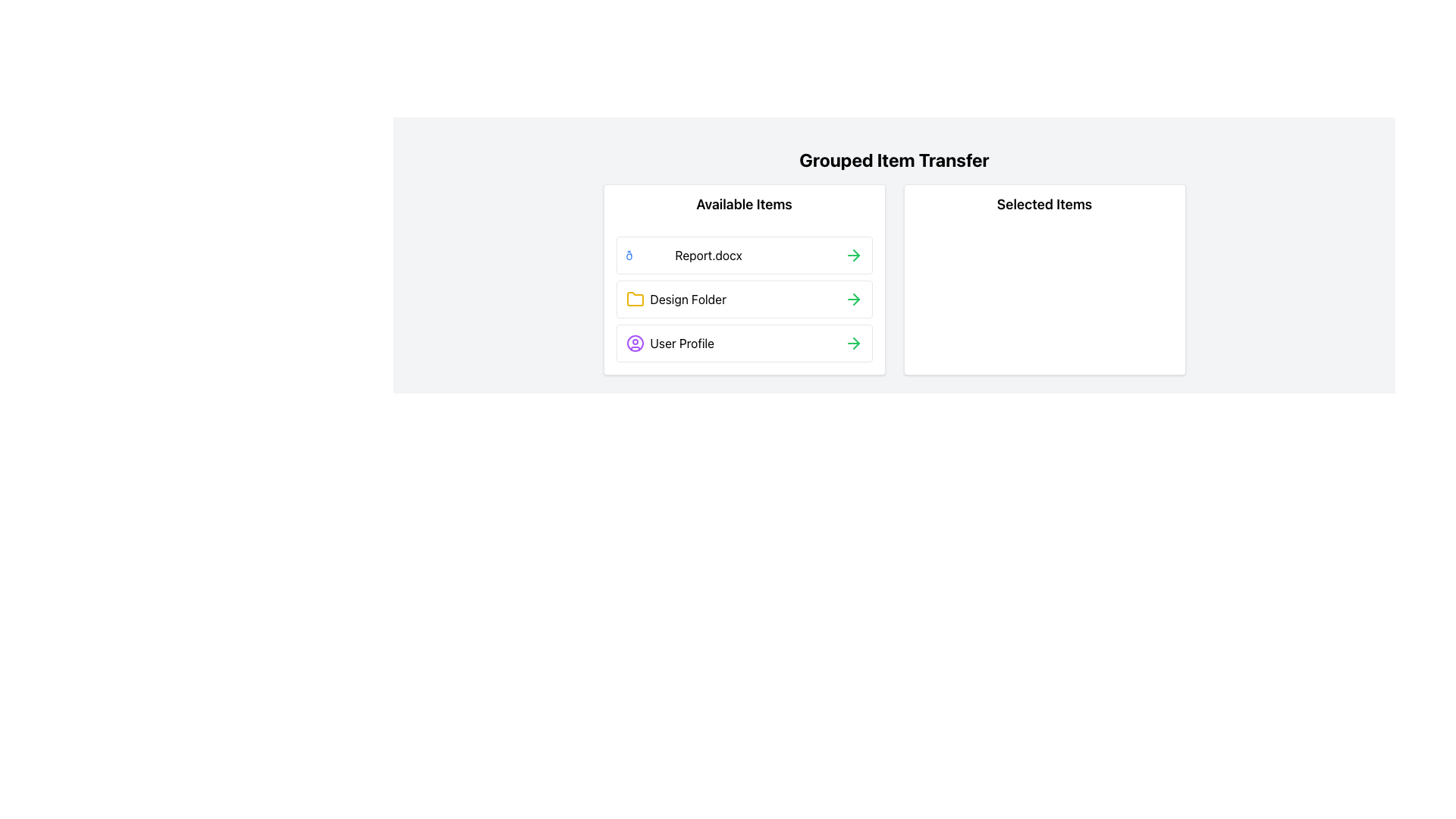 This screenshot has height=819, width=1456. Describe the element at coordinates (855, 299) in the screenshot. I see `the tip of the rightward-pointing arrow icon associated with the 'Report.docx' item in the 'Available Items' list` at that location.